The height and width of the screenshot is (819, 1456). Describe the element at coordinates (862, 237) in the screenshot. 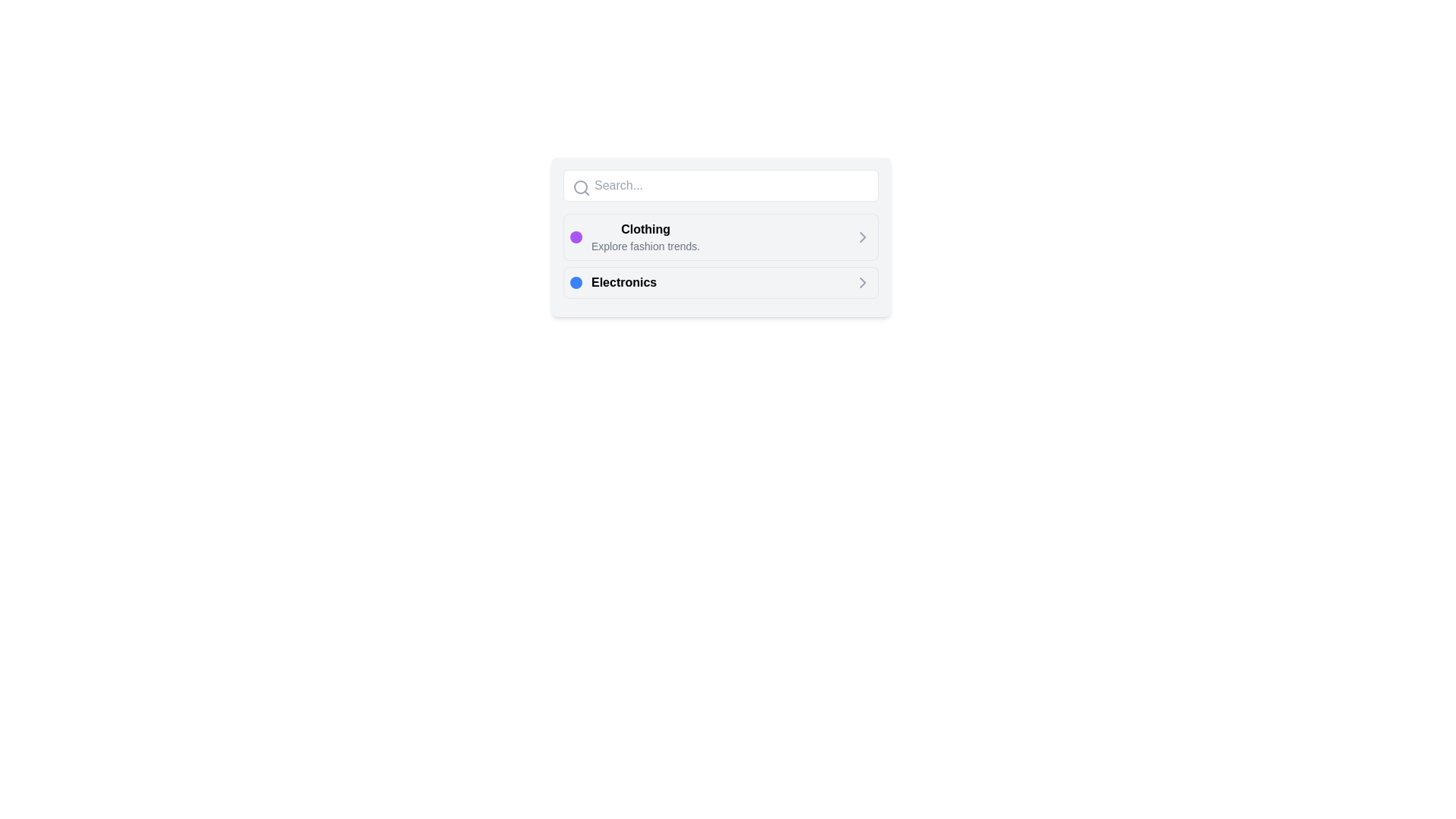

I see `the right-pointing arrow icon, which is part of the 'Clothing' options layout` at that location.